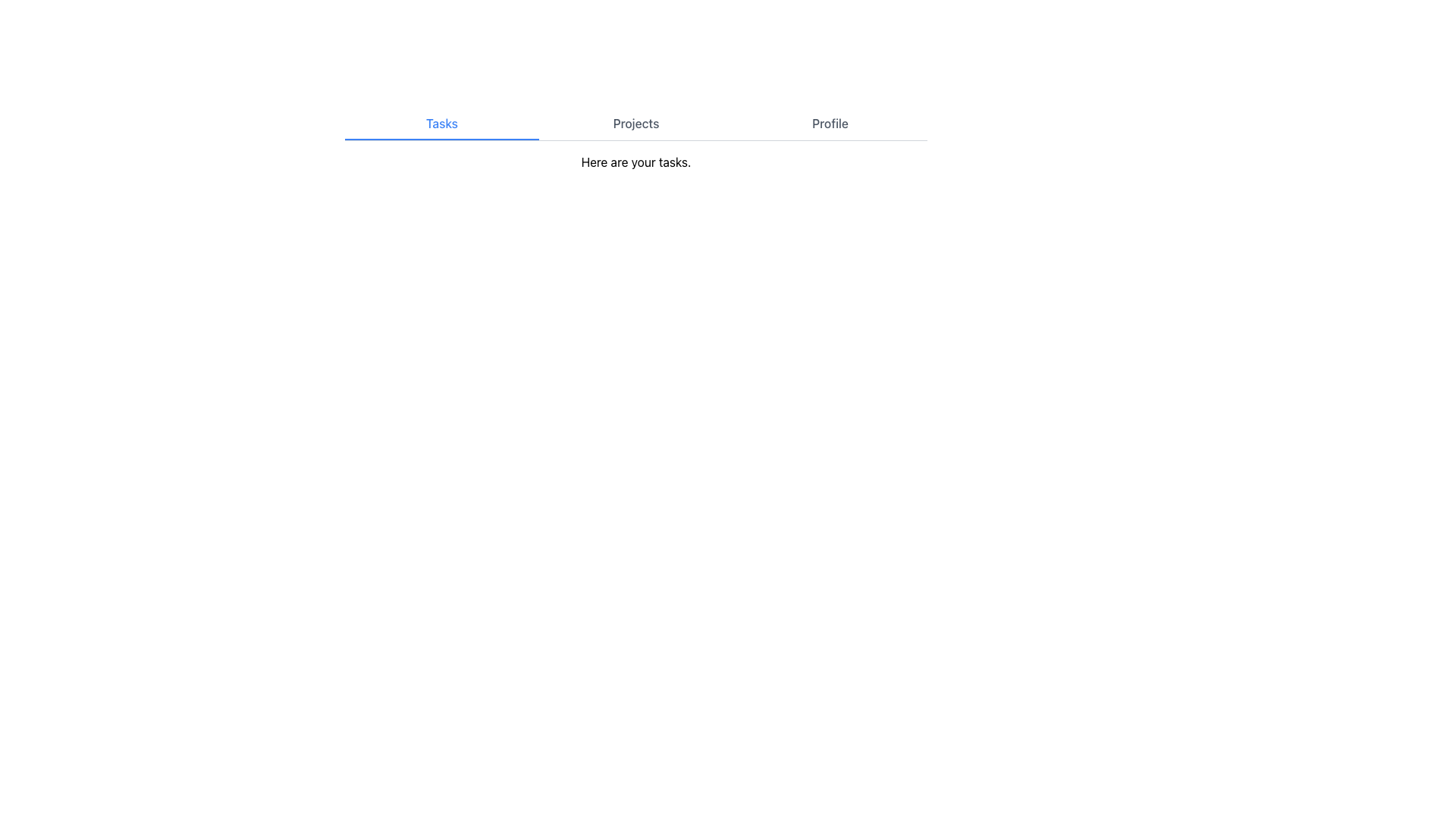  What do you see at coordinates (636, 124) in the screenshot?
I see `the Text button that serves as a navigational link` at bounding box center [636, 124].